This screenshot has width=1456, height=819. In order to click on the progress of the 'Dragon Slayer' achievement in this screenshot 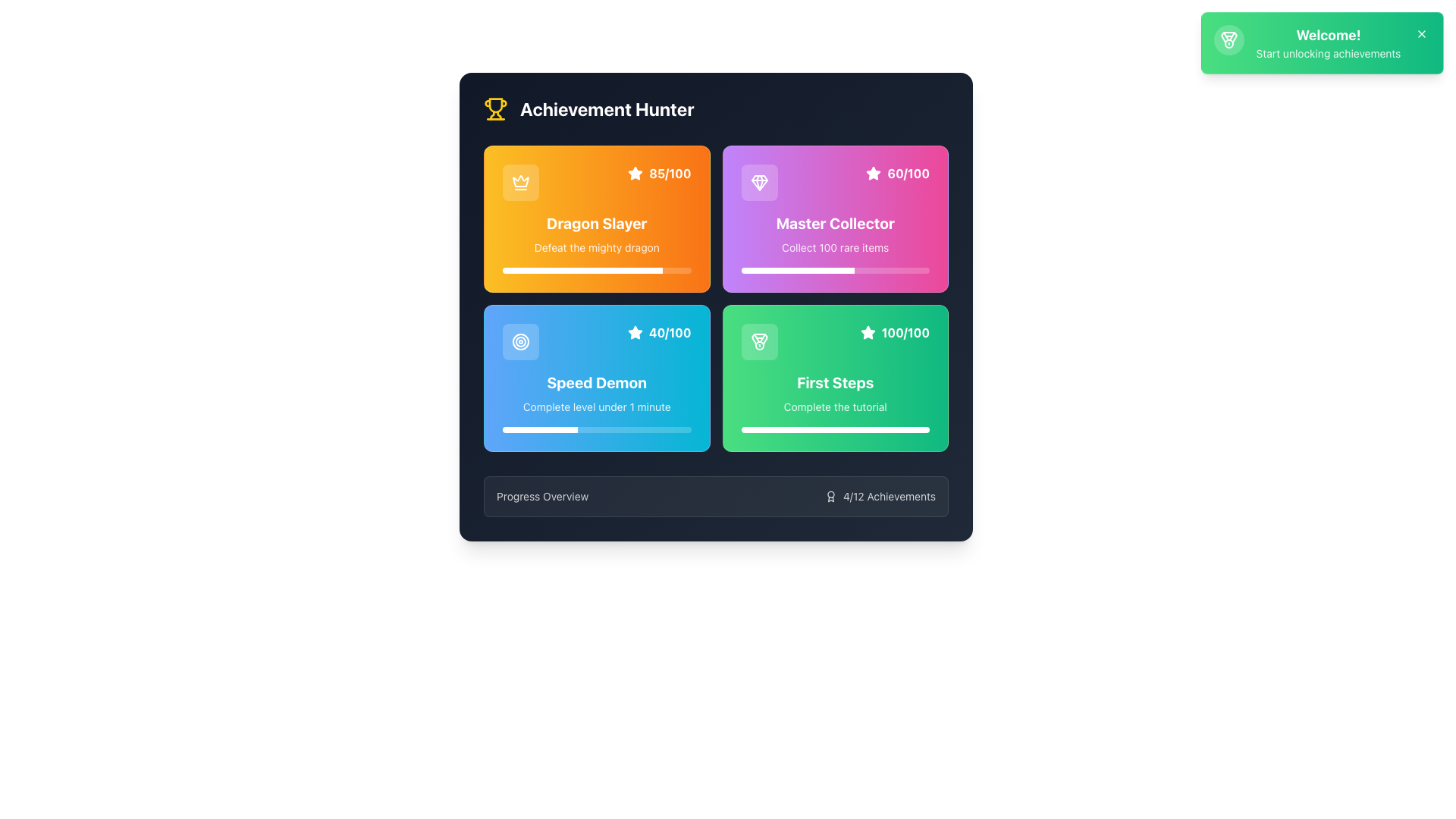, I will do `click(642, 270)`.